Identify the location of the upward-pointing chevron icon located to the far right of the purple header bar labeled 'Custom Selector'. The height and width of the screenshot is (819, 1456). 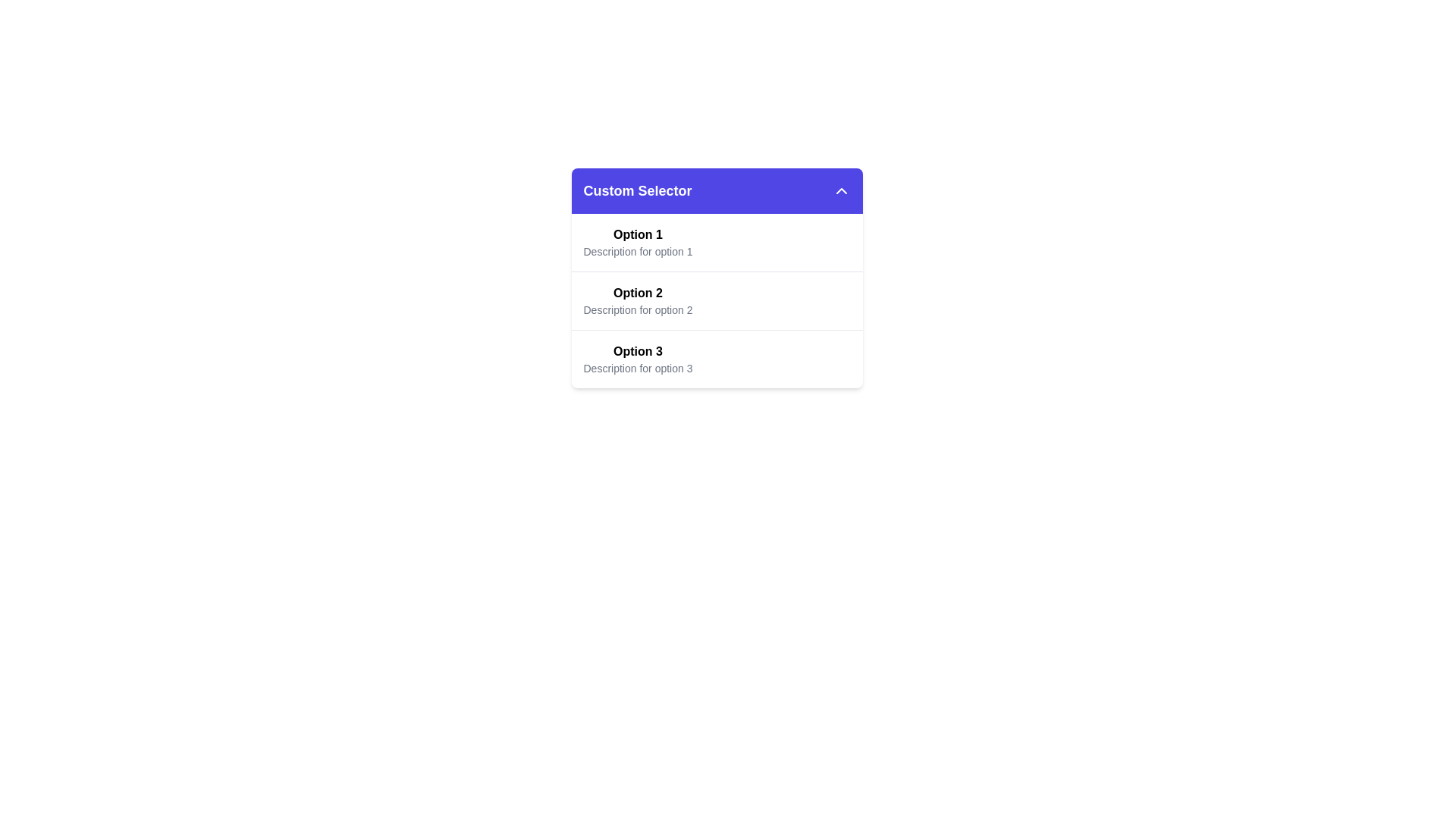
(840, 190).